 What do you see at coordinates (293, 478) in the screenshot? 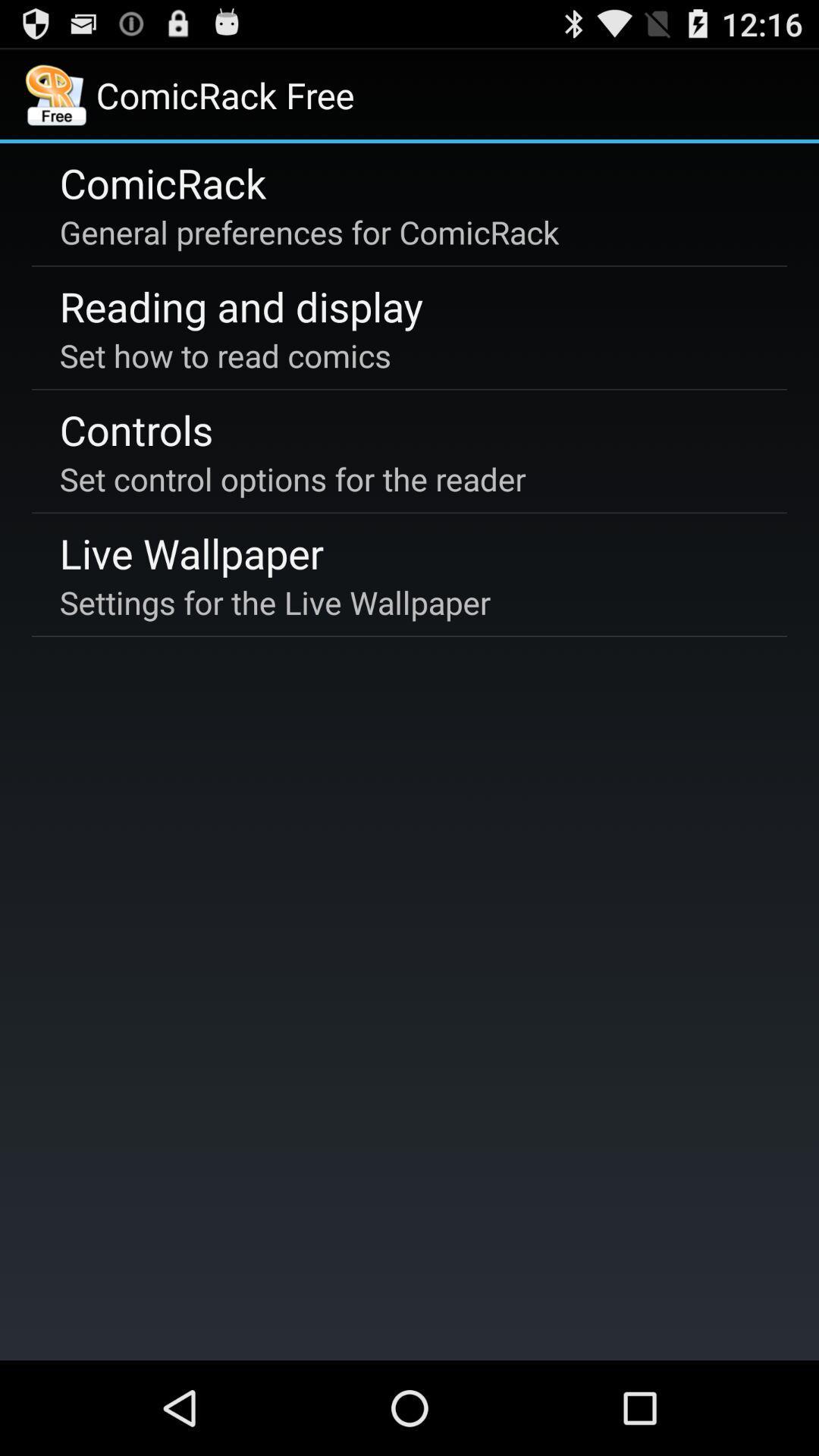
I see `the app above the live wallpaper` at bounding box center [293, 478].